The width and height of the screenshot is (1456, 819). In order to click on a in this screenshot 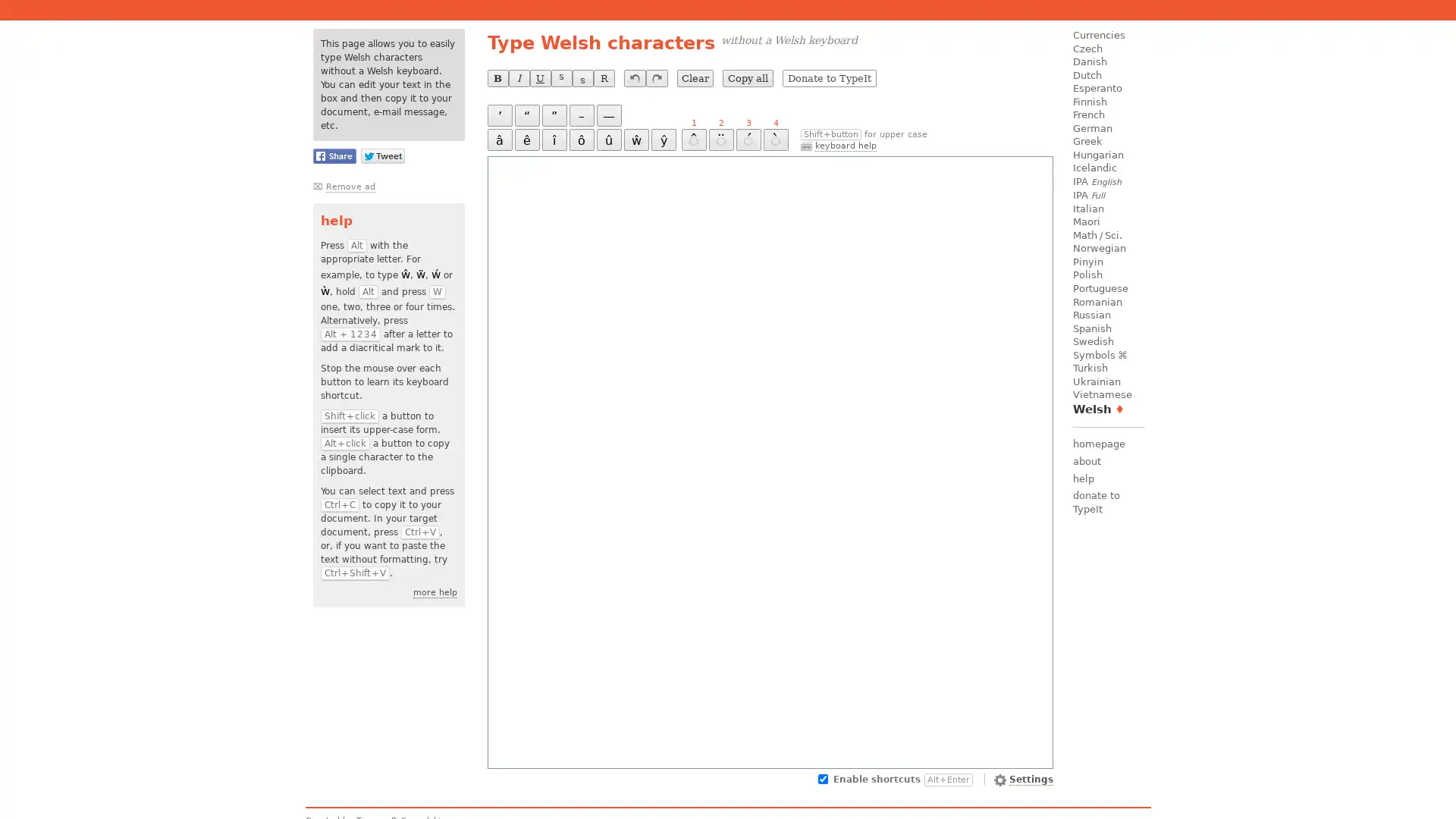, I will do `click(499, 140)`.